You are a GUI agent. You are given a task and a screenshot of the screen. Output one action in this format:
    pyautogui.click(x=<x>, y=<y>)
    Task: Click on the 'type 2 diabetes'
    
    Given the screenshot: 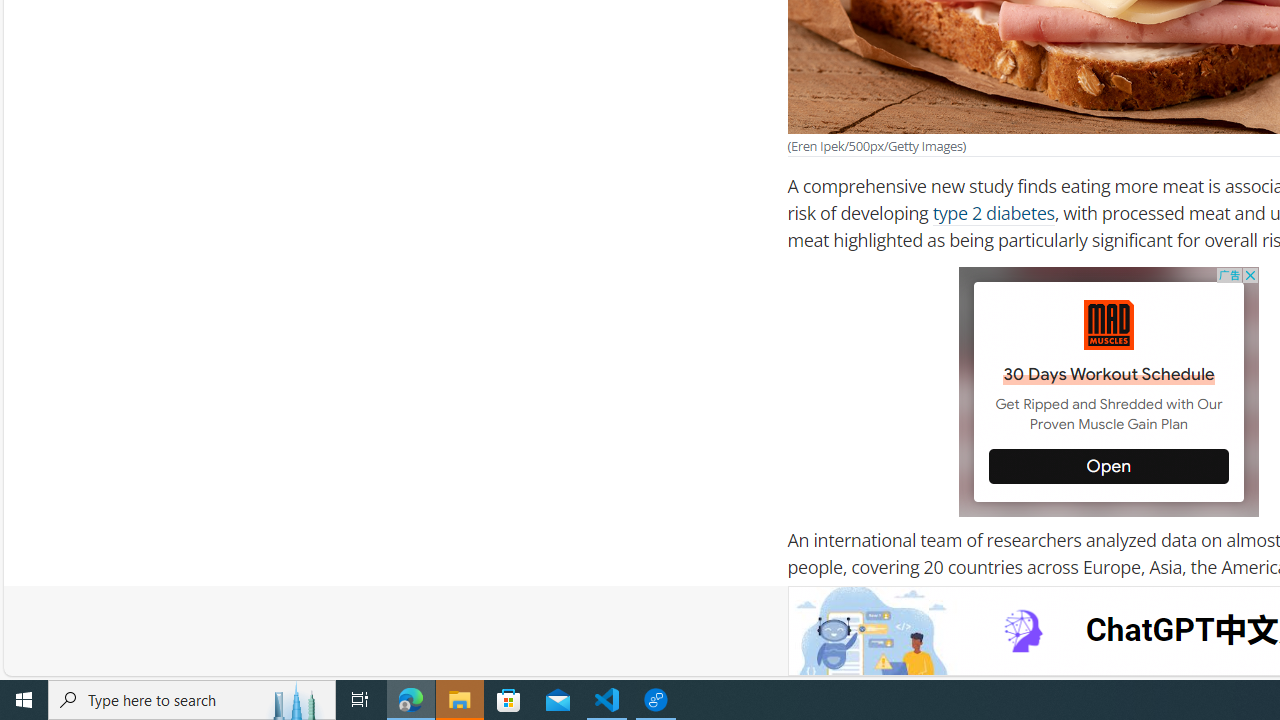 What is the action you would take?
    pyautogui.click(x=993, y=213)
    